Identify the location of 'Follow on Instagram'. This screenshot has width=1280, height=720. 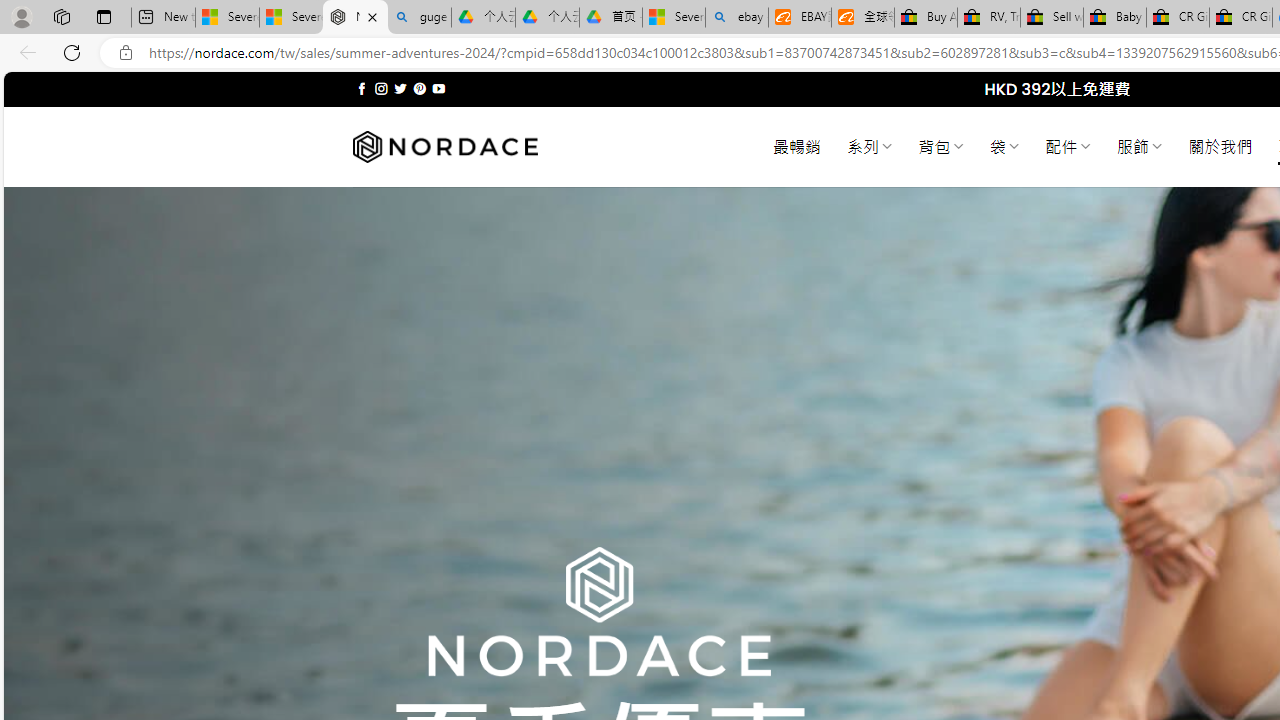
(381, 88).